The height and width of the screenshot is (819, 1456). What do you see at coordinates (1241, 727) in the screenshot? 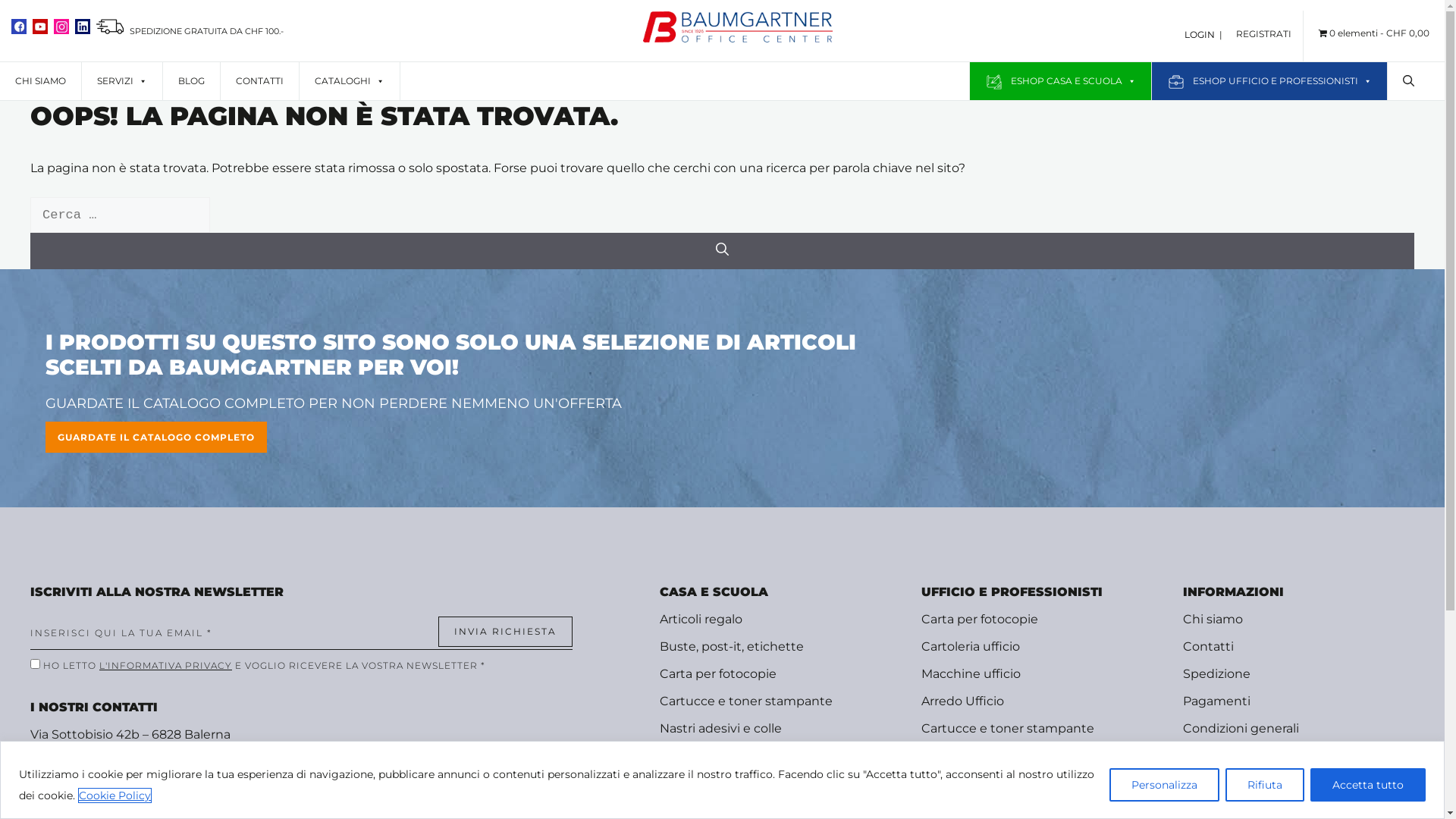
I see `'Condizioni generali'` at bounding box center [1241, 727].